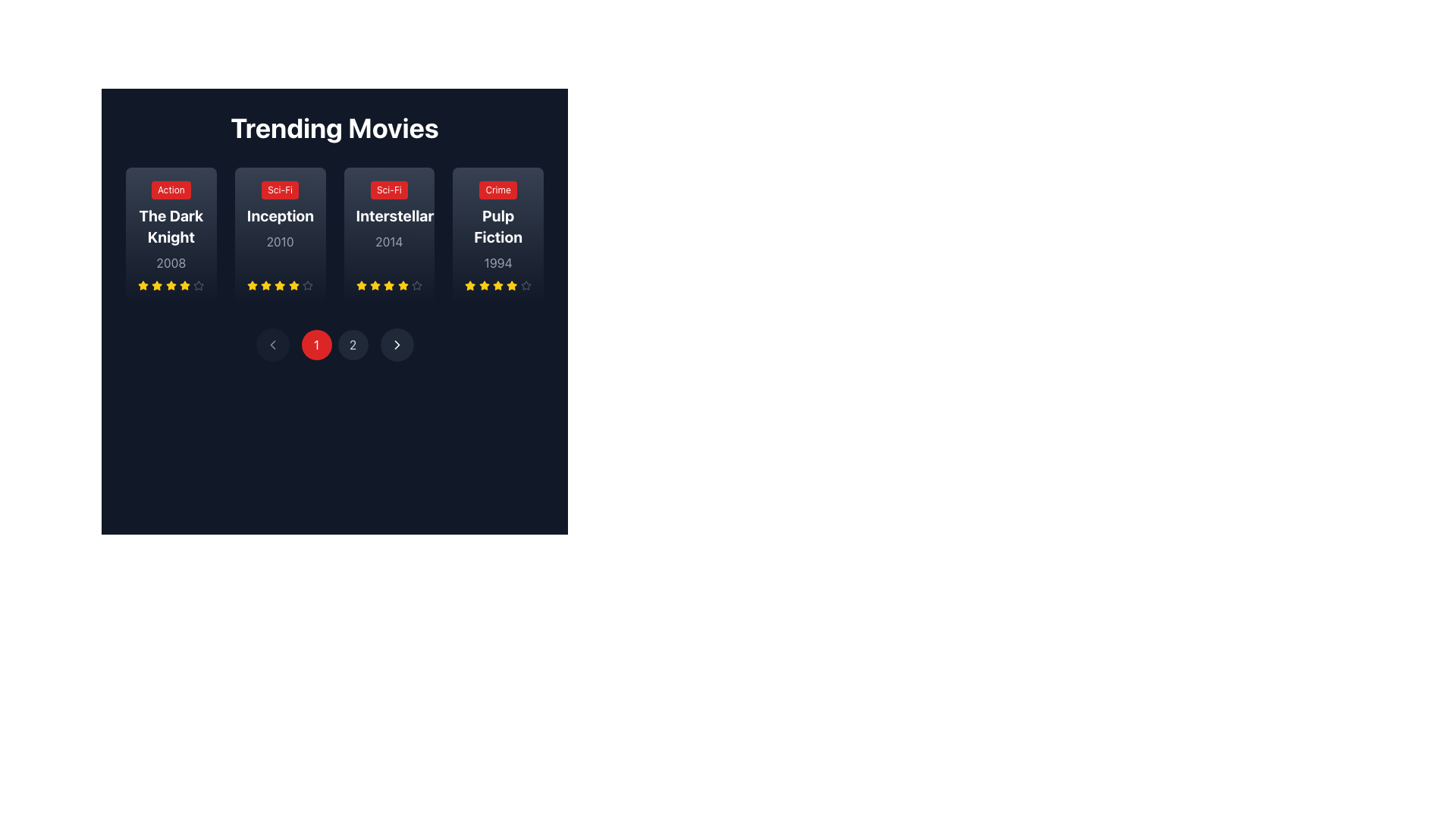  I want to click on the fifth star-shaped yellow icon in the rating system below the 'Pulp Fiction' movie card, so click(498, 285).